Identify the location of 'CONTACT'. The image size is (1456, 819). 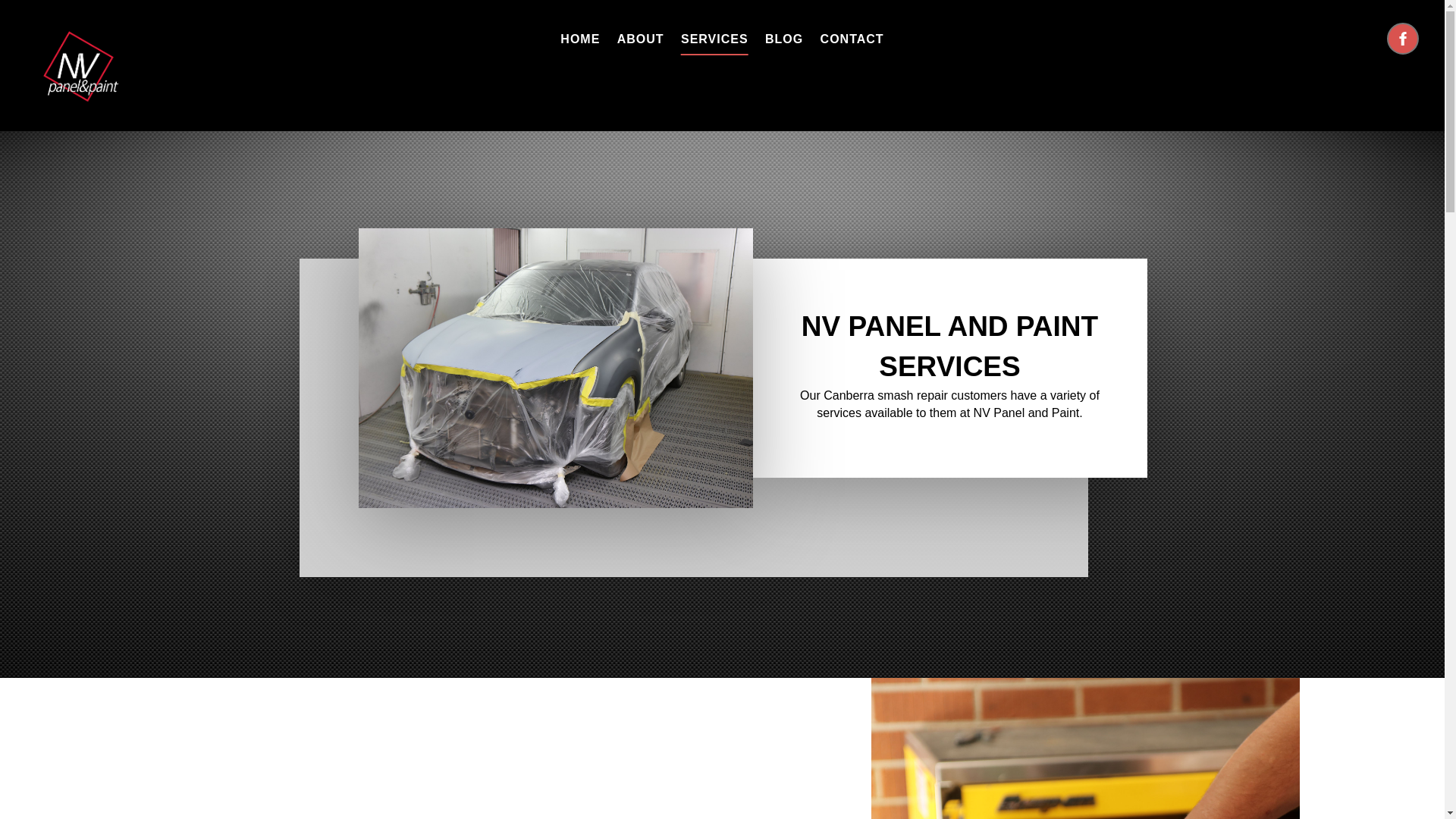
(852, 38).